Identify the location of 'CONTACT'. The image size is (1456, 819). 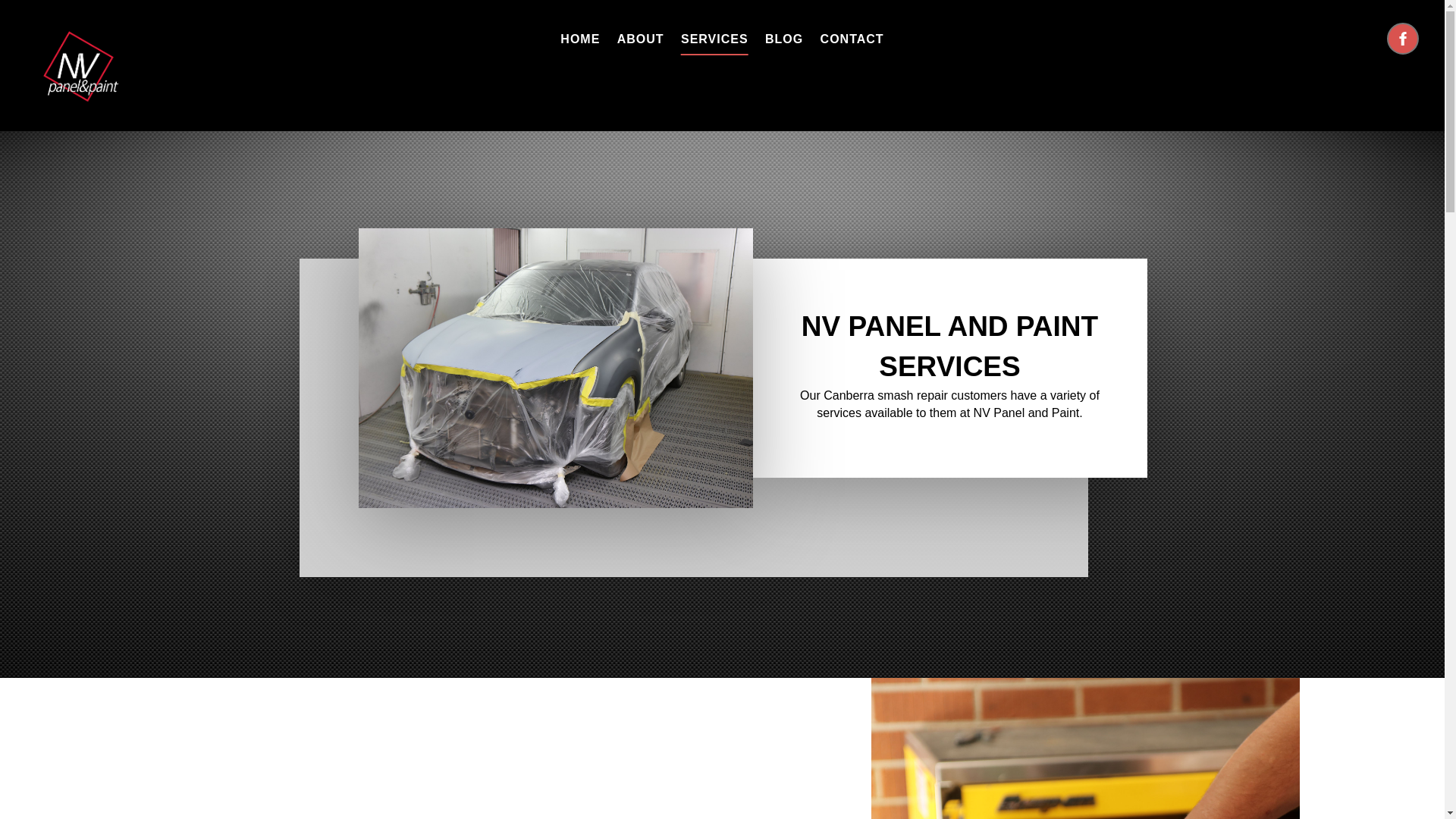
(852, 38).